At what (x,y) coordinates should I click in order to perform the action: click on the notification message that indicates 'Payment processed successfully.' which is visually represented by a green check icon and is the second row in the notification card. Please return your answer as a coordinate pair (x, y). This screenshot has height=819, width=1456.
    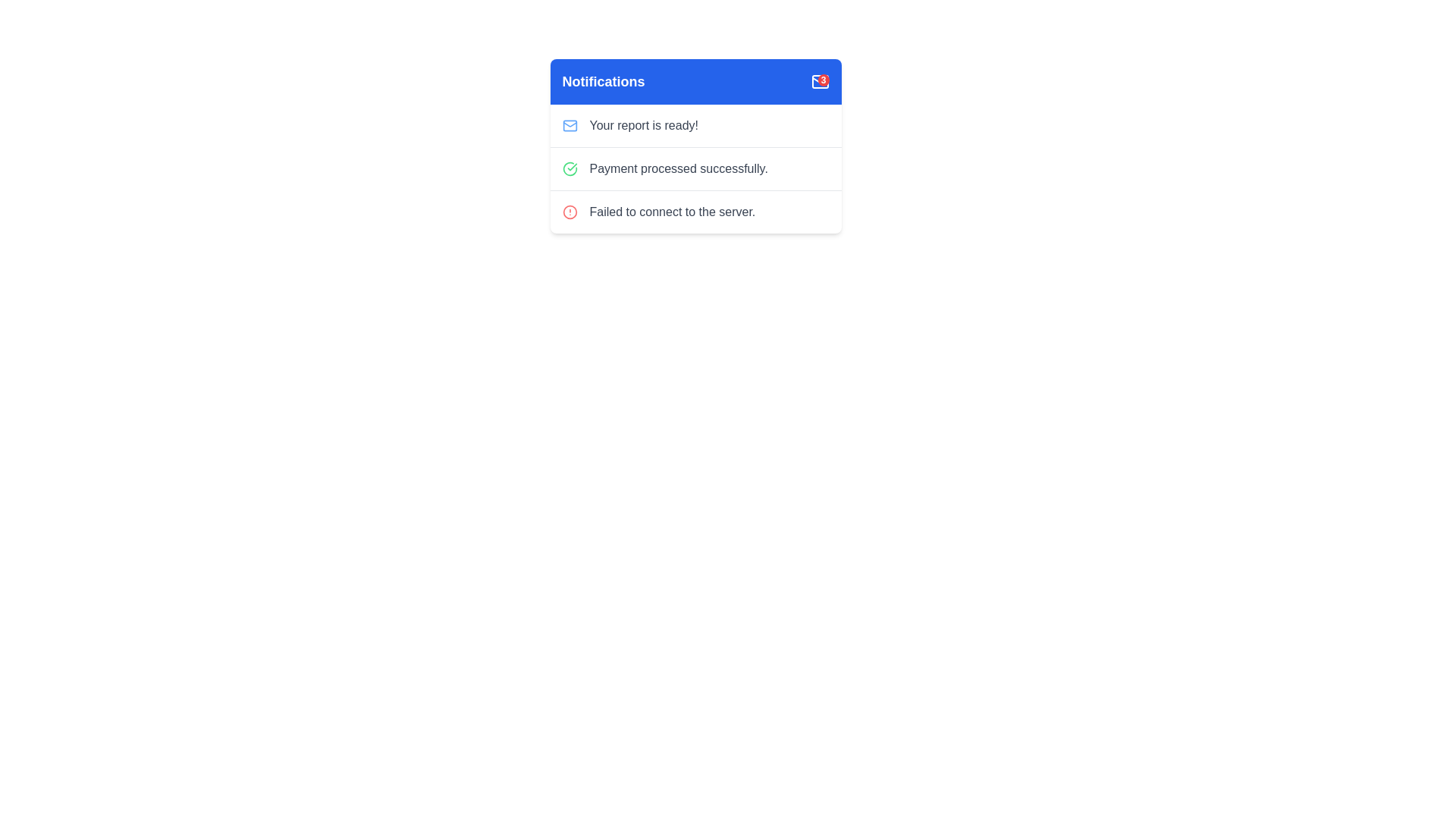
    Looking at the image, I should click on (695, 168).